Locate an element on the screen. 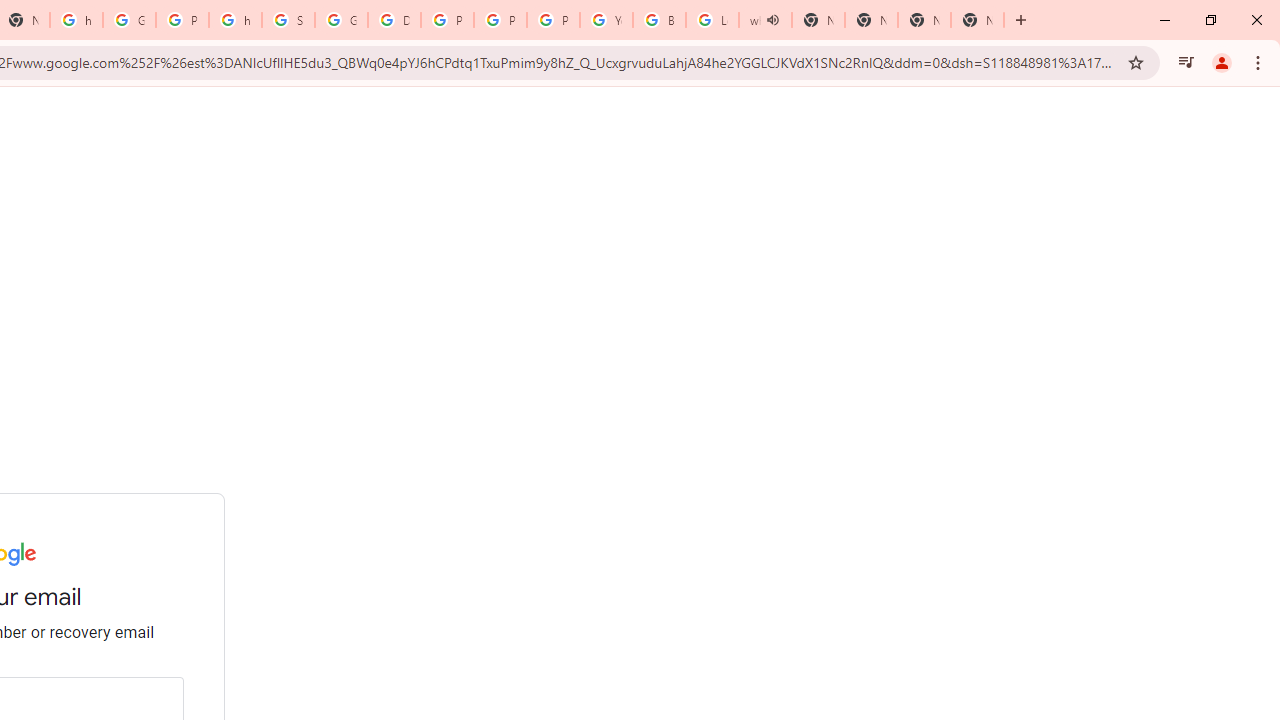 The image size is (1280, 720). 'YouTube' is located at coordinates (605, 20).